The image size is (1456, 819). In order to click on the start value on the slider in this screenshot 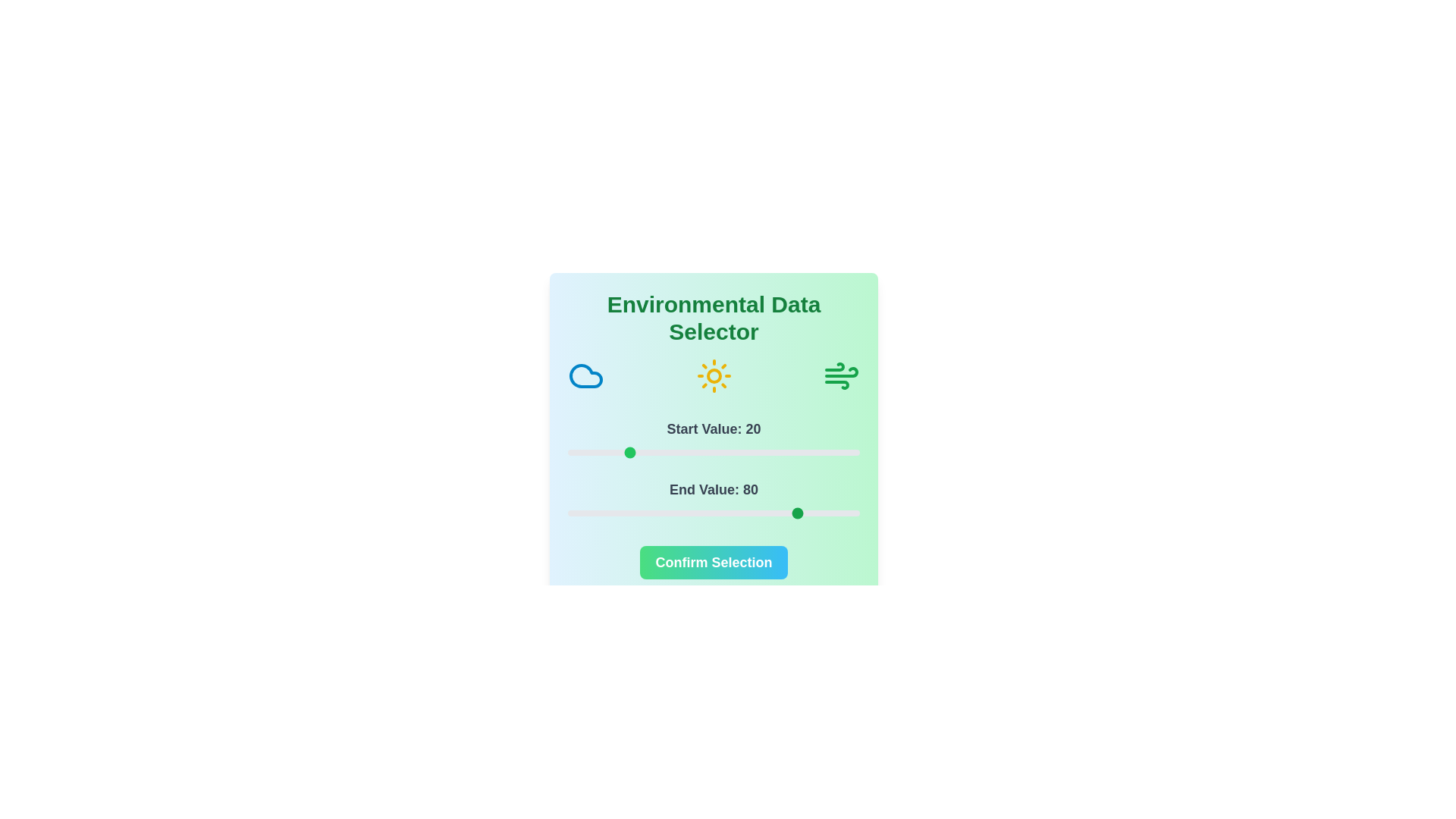, I will do `click(587, 452)`.